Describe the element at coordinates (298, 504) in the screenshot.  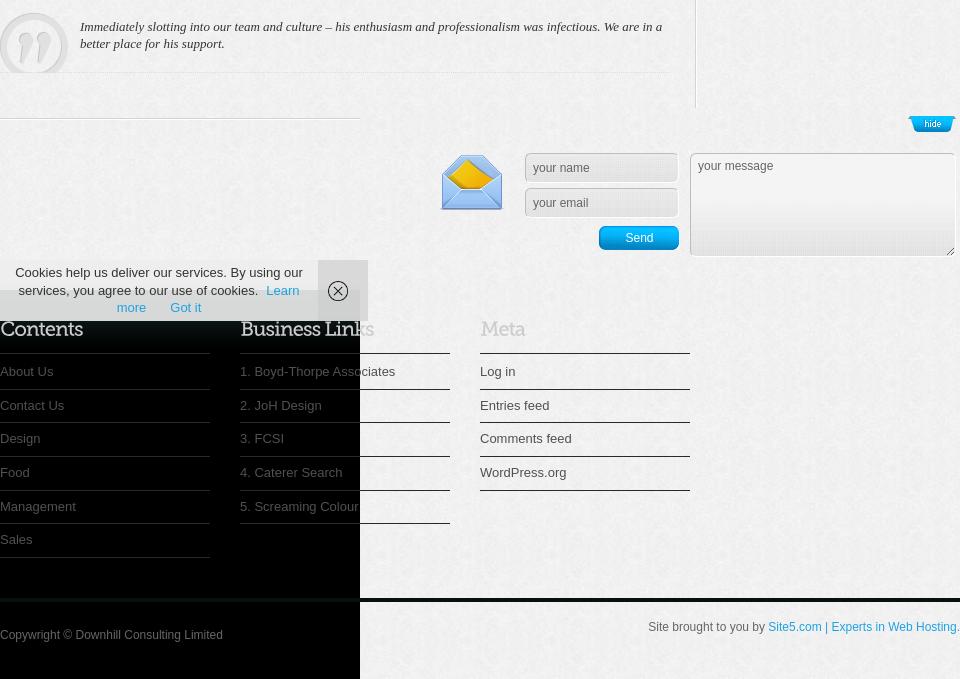
I see `'5. Screaming Colour'` at that location.